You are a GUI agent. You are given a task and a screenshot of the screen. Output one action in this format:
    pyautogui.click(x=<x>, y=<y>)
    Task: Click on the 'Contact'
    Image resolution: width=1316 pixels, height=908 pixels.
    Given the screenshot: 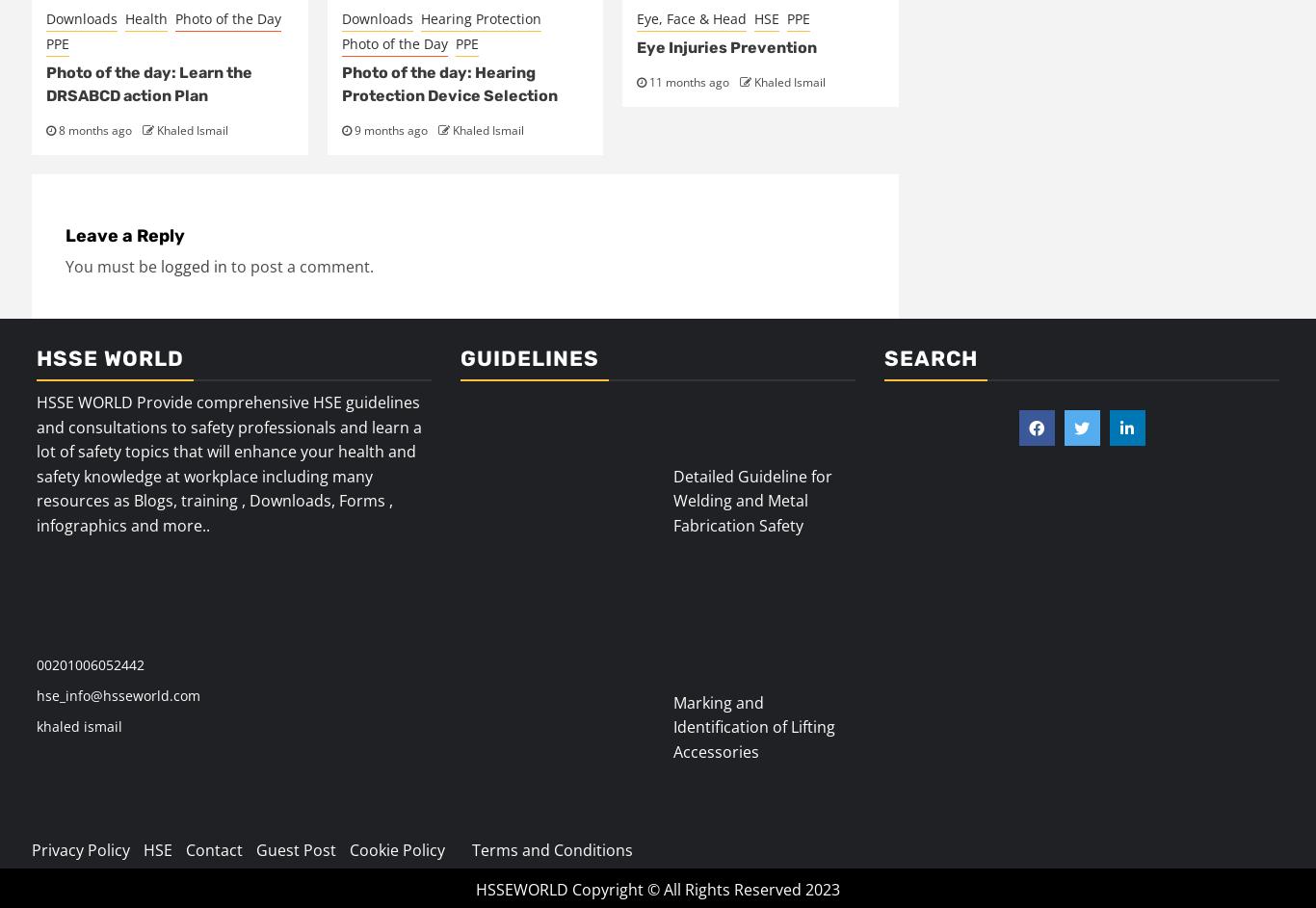 What is the action you would take?
    pyautogui.click(x=185, y=850)
    